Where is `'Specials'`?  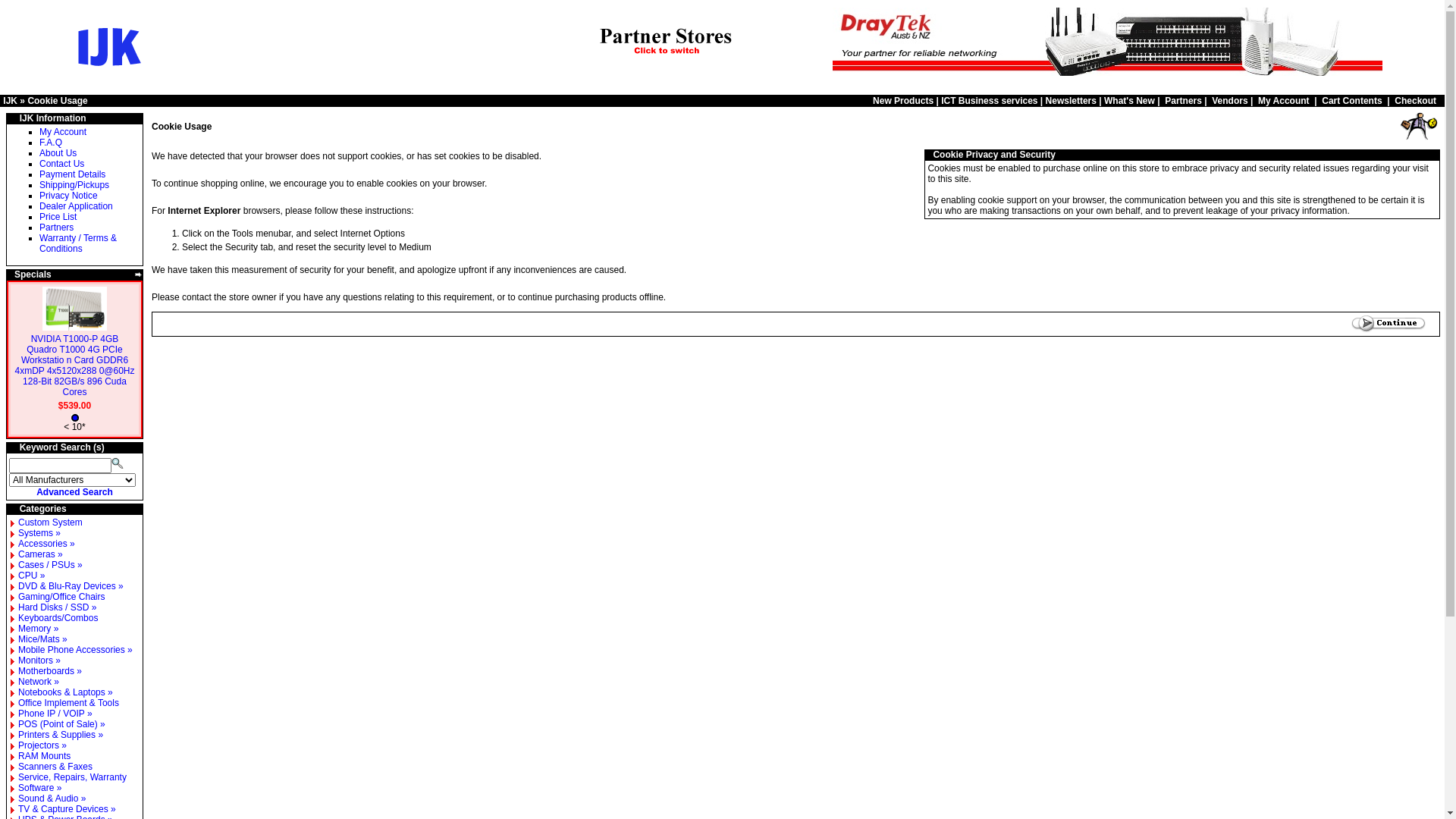
'Specials' is located at coordinates (33, 275).